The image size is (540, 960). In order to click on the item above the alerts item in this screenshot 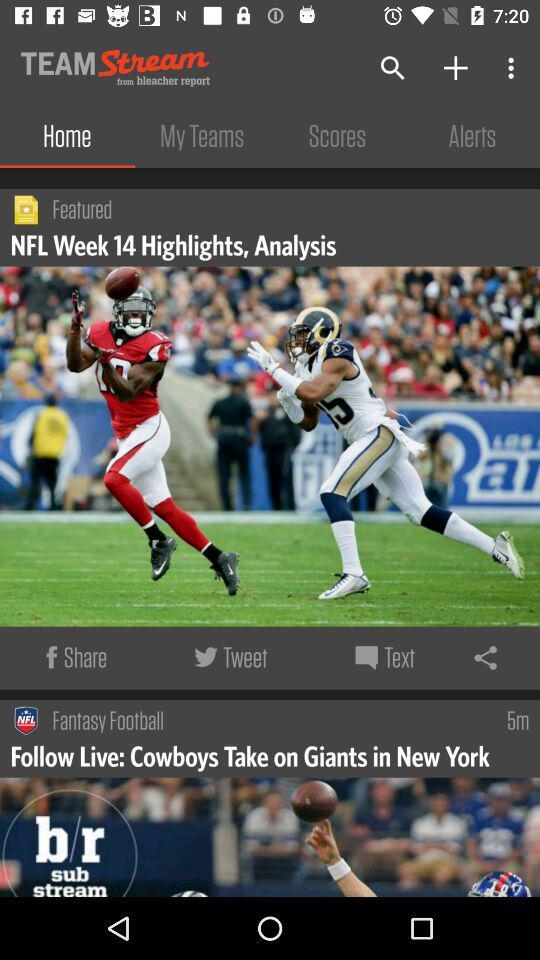, I will do `click(513, 68)`.